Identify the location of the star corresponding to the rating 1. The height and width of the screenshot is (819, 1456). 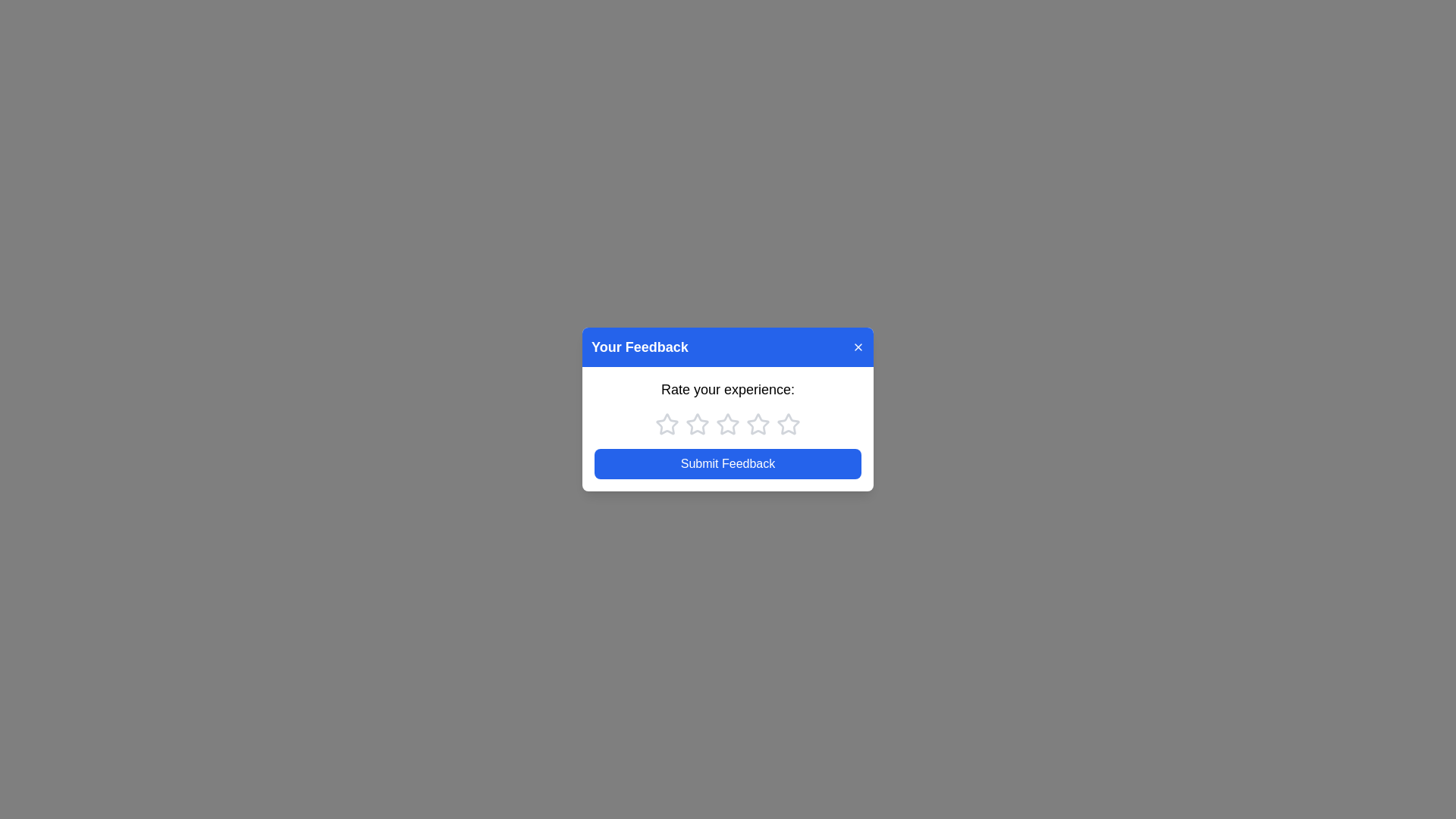
(667, 424).